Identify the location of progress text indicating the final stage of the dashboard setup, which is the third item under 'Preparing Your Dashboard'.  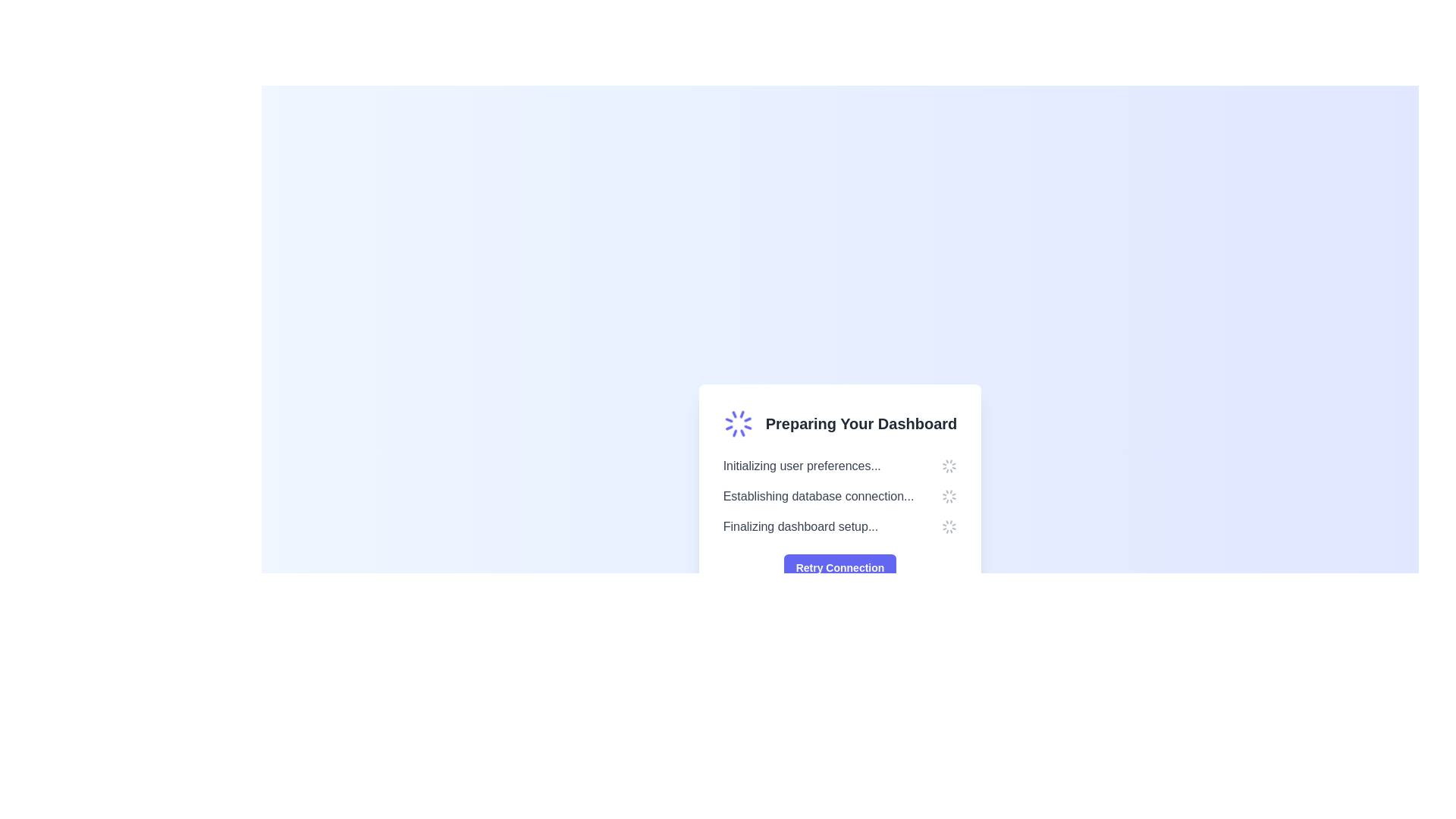
(839, 526).